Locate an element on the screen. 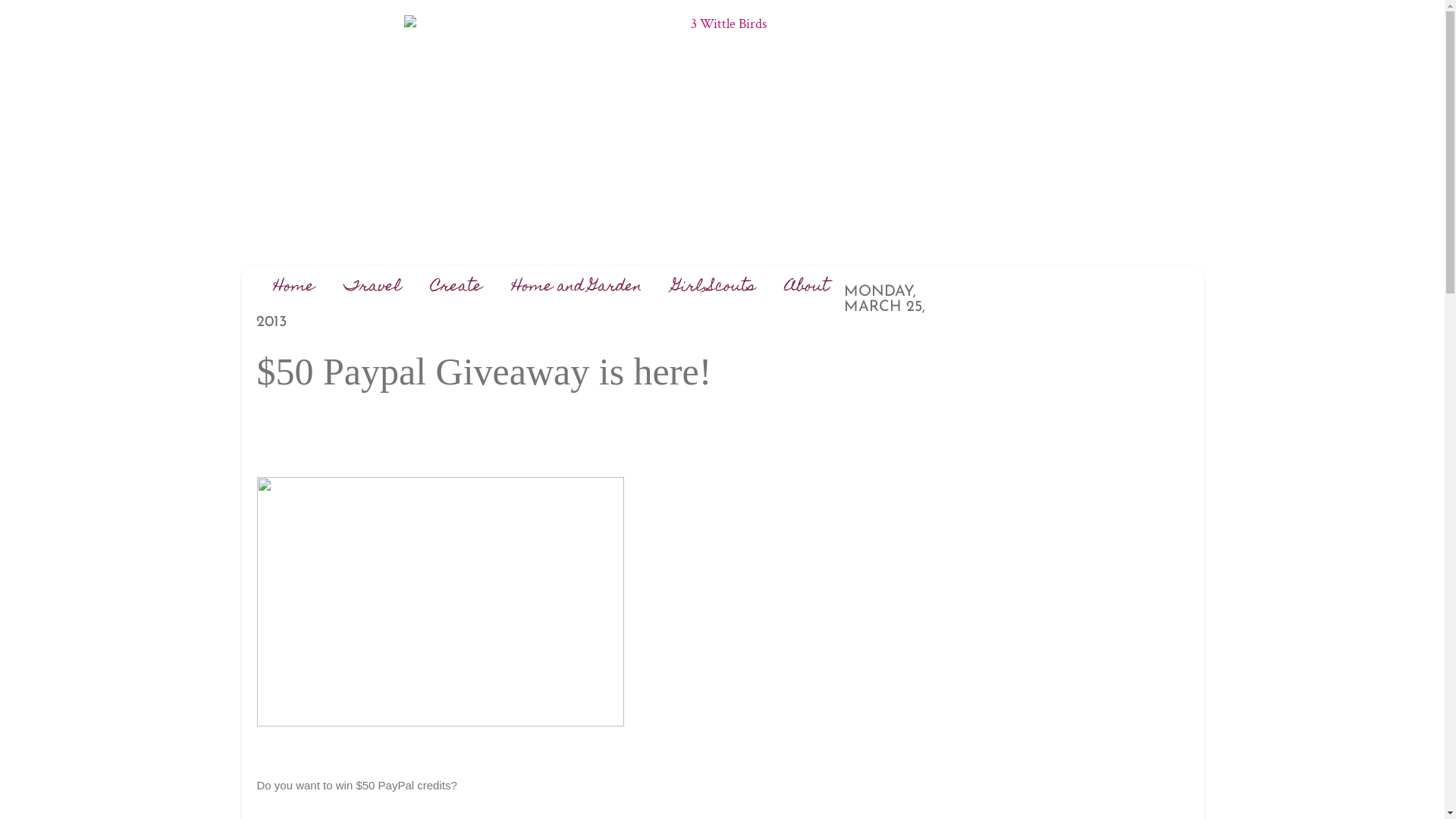  'Home and Garden' is located at coordinates (498, 287).